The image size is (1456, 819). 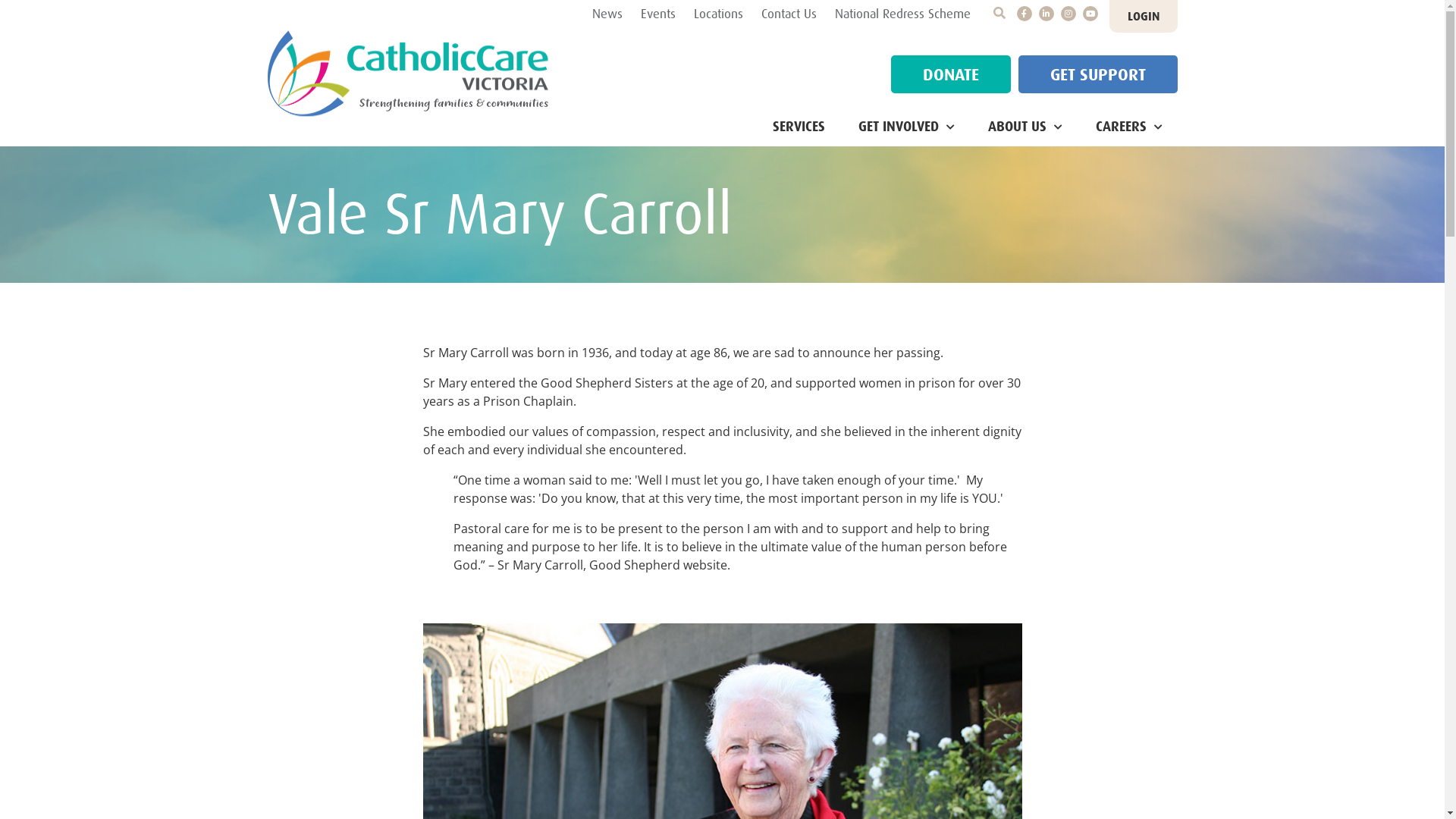 What do you see at coordinates (1024, 127) in the screenshot?
I see `'ABOUT US'` at bounding box center [1024, 127].